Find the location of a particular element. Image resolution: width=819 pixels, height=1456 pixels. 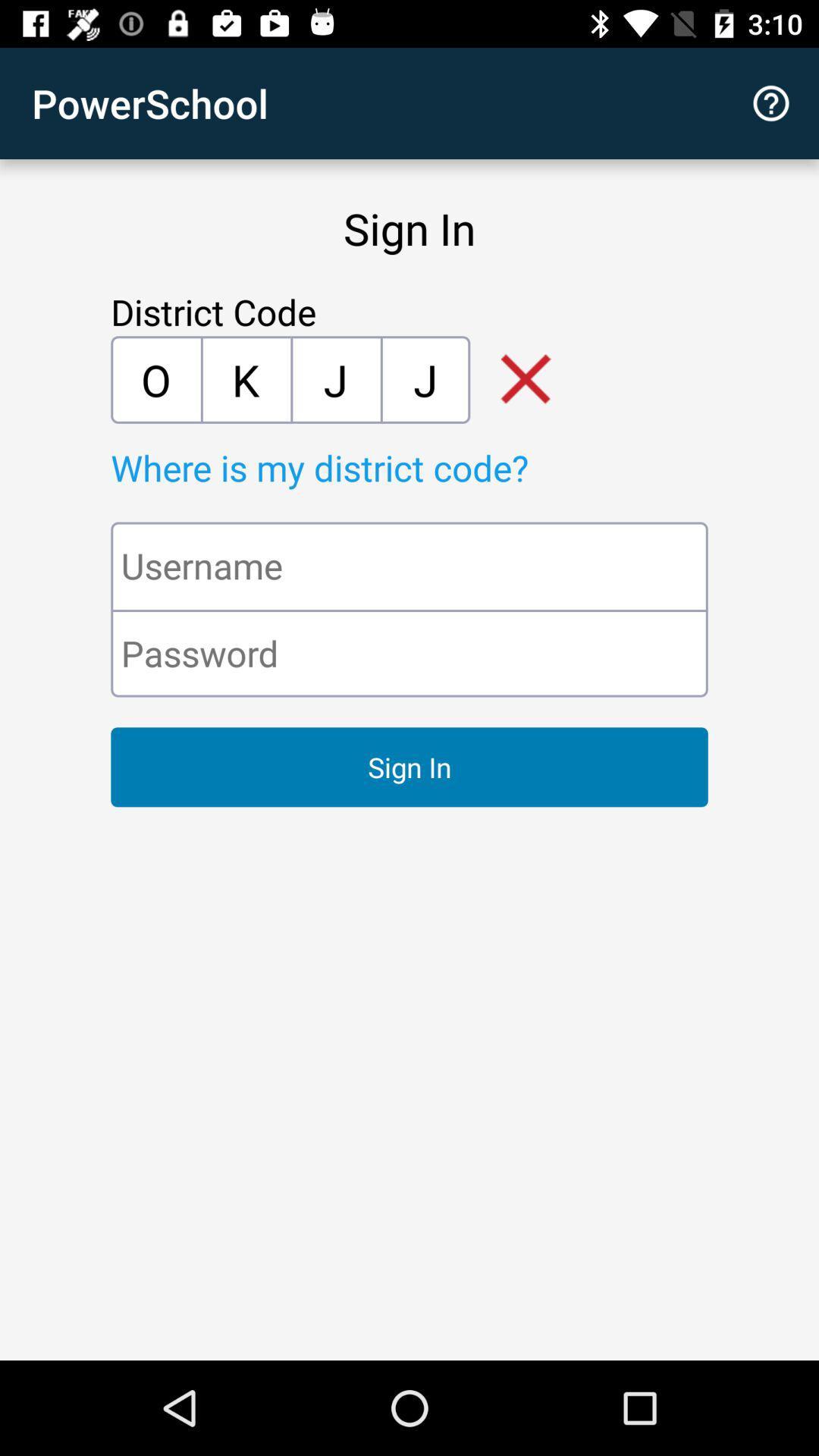

icon below the where is my icon is located at coordinates (409, 565).